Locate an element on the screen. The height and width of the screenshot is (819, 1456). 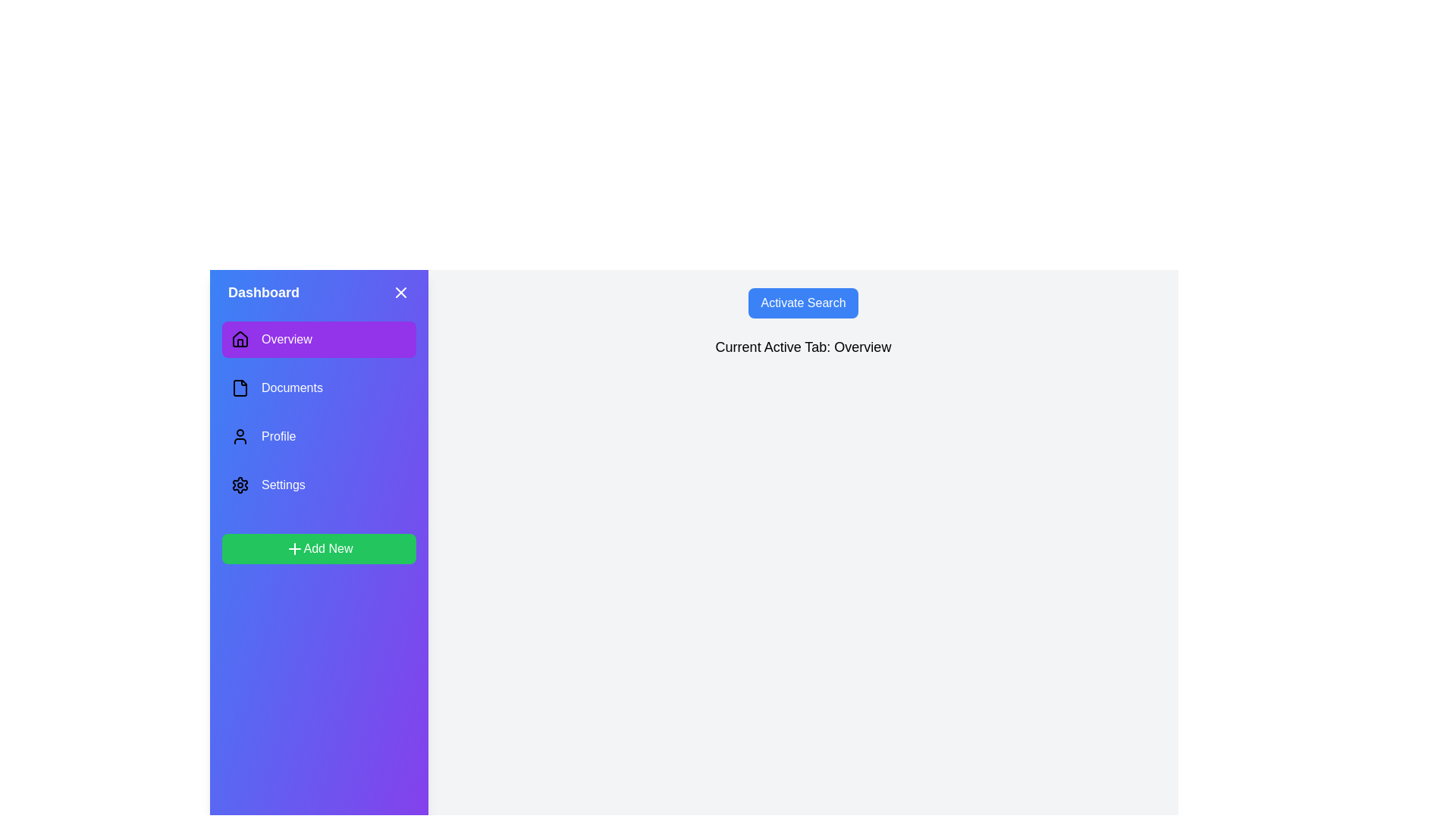
the green rectangular button labeled '+ Add New' located at the bottom of the dashboard sidebar to trigger hover effects is located at coordinates (318, 549).